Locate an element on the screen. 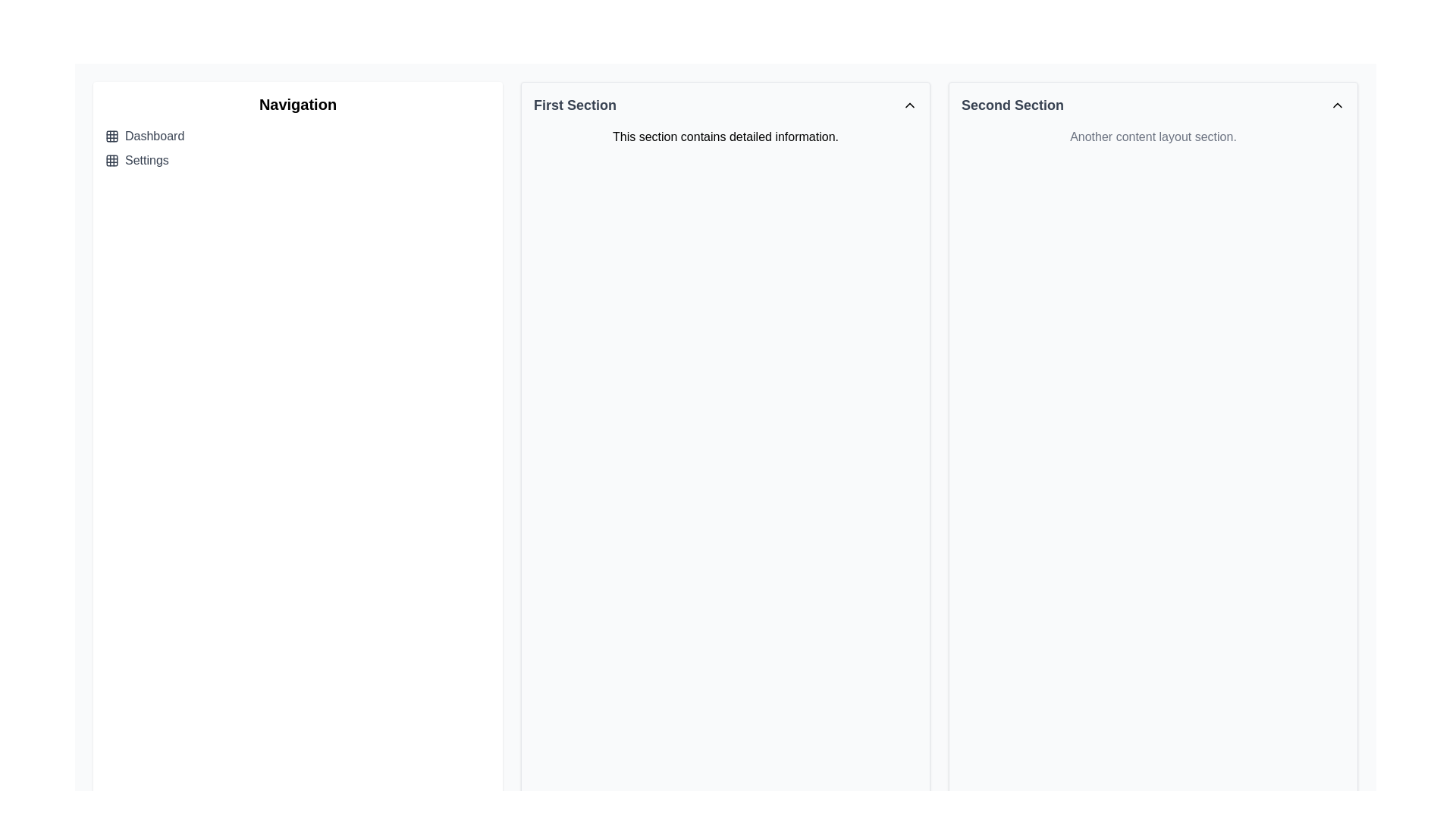 The image size is (1456, 819). the collapse icon located at the far right of the 'First Section' area to hide its content is located at coordinates (910, 104).